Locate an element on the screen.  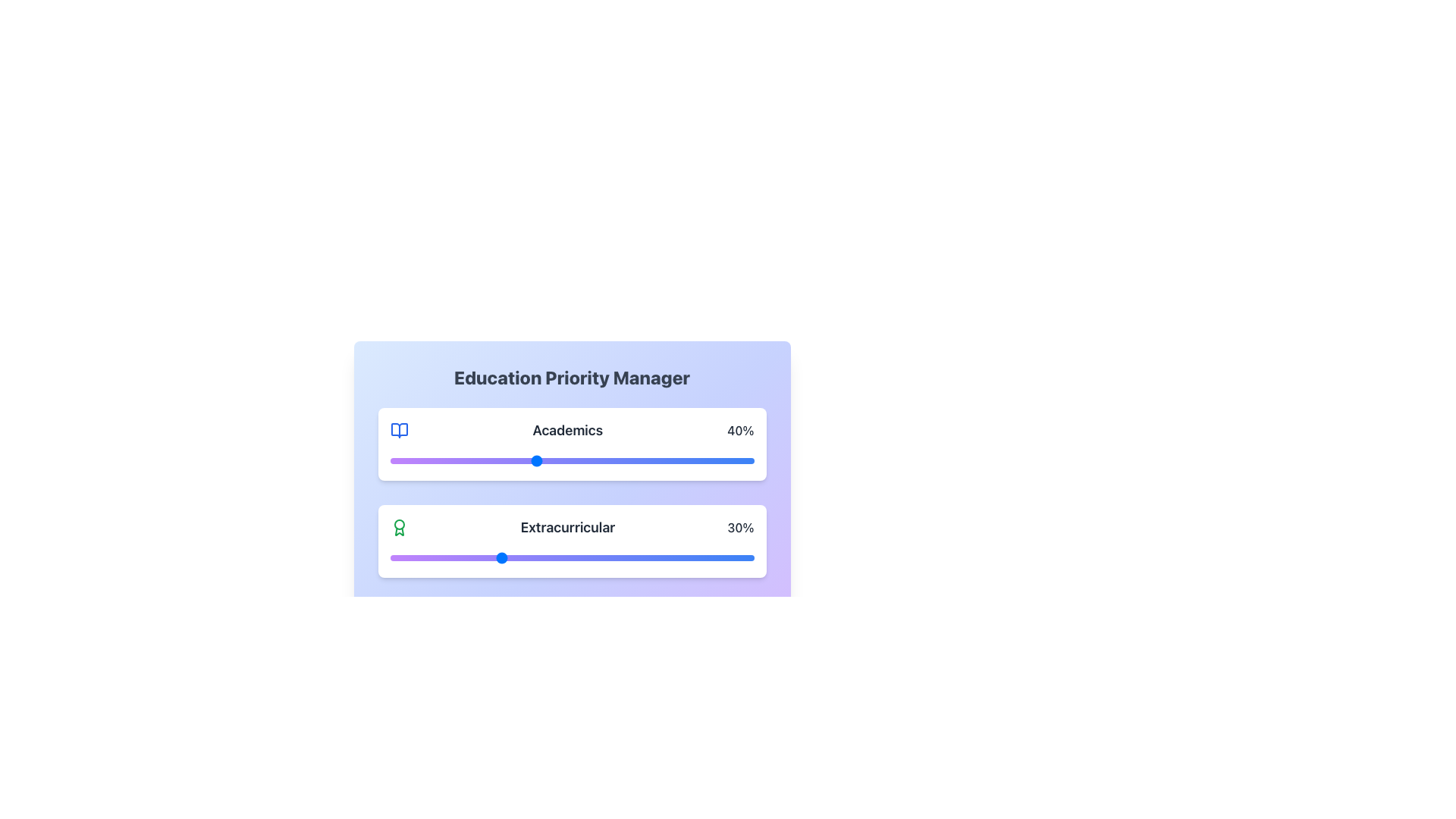
the inner circle of the SVG graphic representing an award or badge, located in the lower section of the card layout titled 'Extracurricular' is located at coordinates (399, 523).